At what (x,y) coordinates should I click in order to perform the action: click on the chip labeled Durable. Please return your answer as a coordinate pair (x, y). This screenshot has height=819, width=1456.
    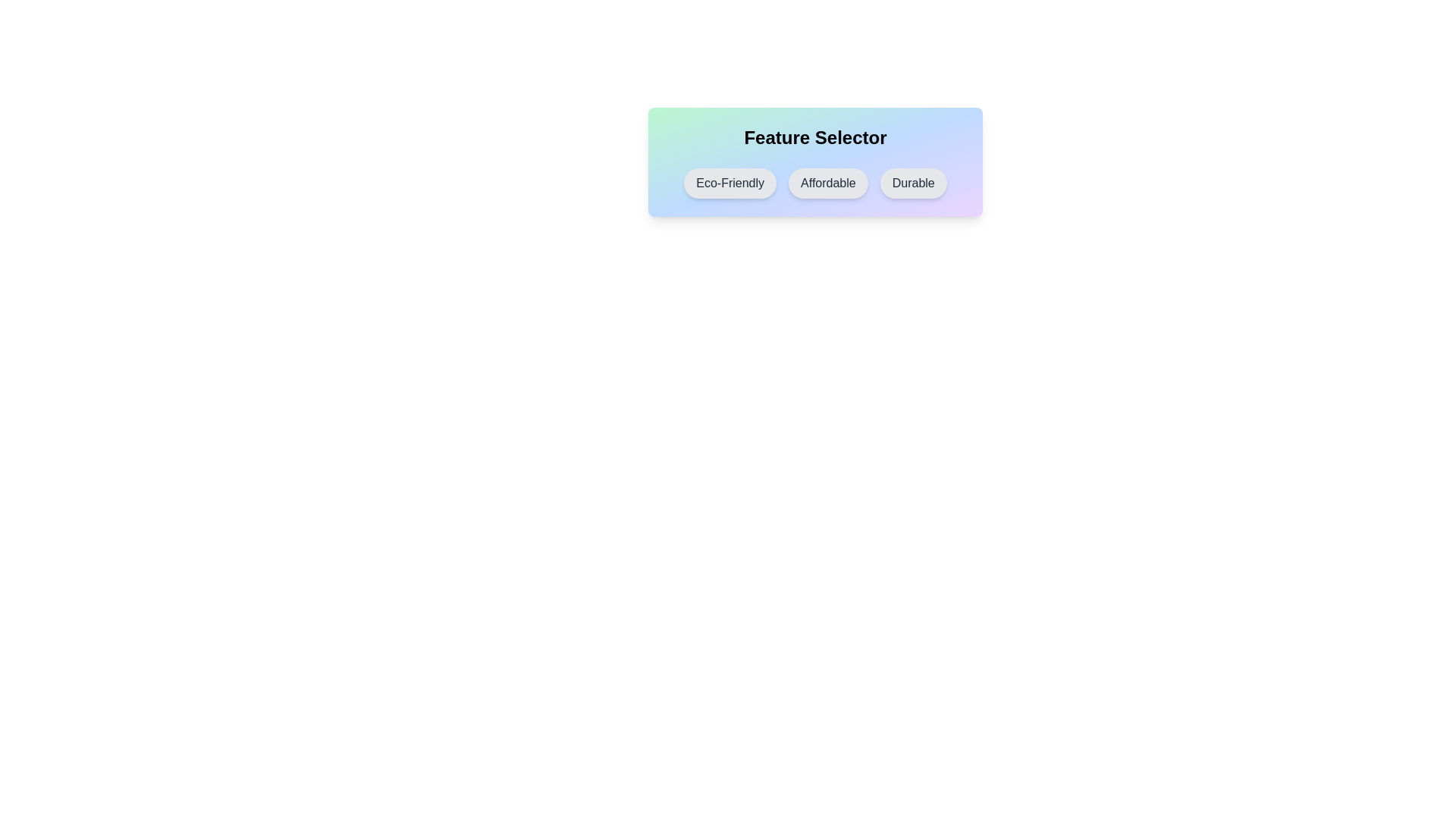
    Looking at the image, I should click on (912, 183).